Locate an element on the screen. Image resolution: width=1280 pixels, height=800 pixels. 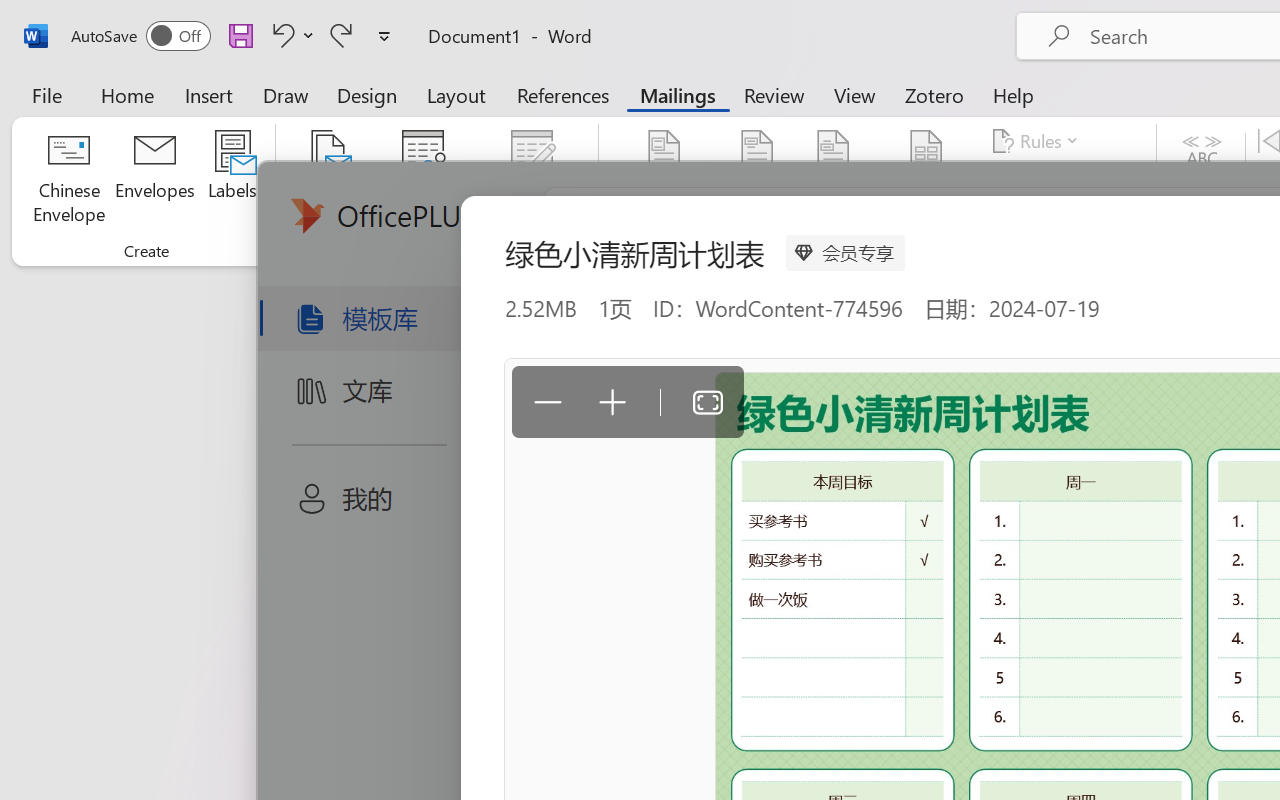
'Redo Apply Quick Style' is located at coordinates (341, 34).